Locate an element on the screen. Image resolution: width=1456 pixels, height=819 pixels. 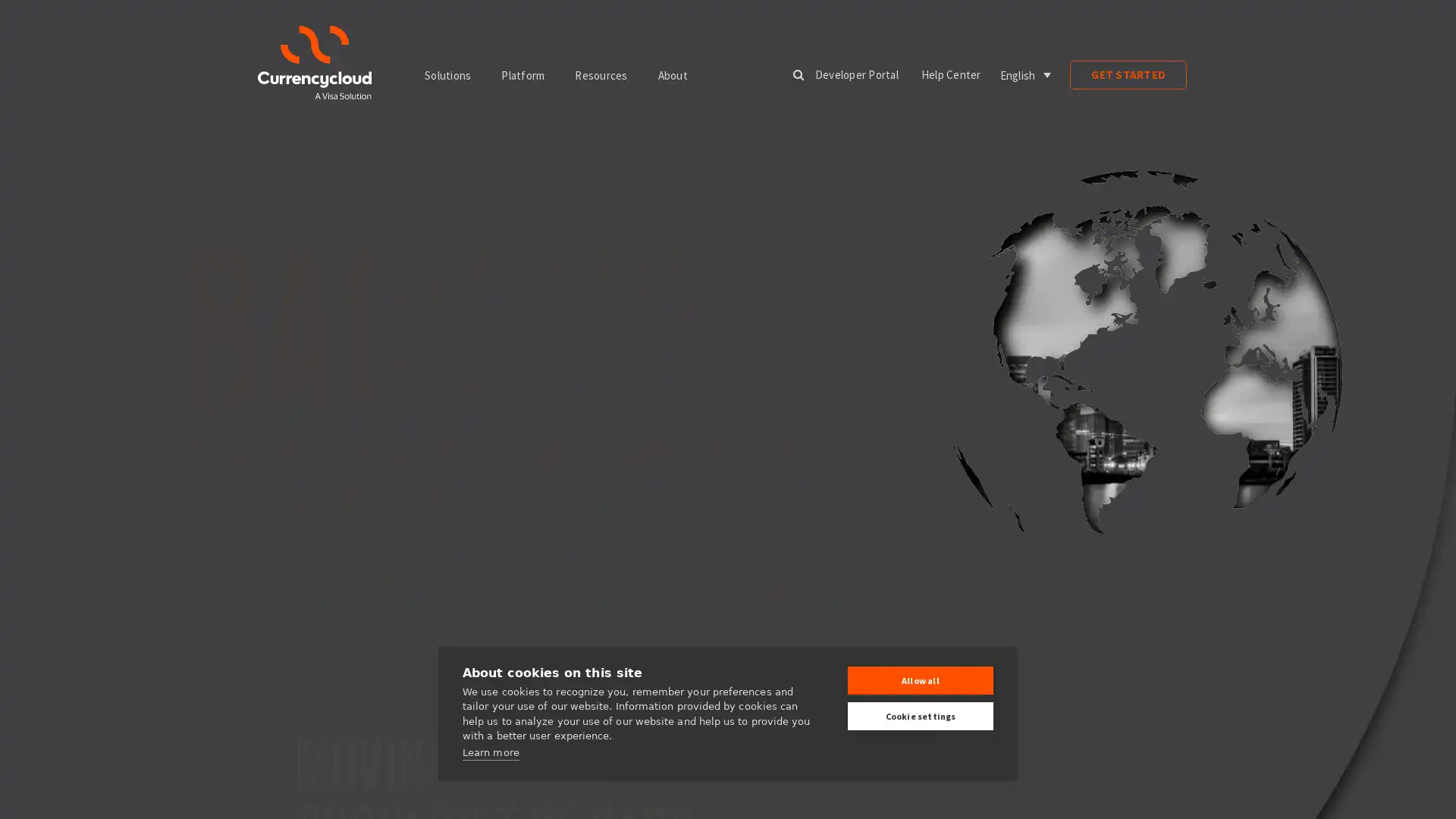
Cookie settings is located at coordinates (920, 716).